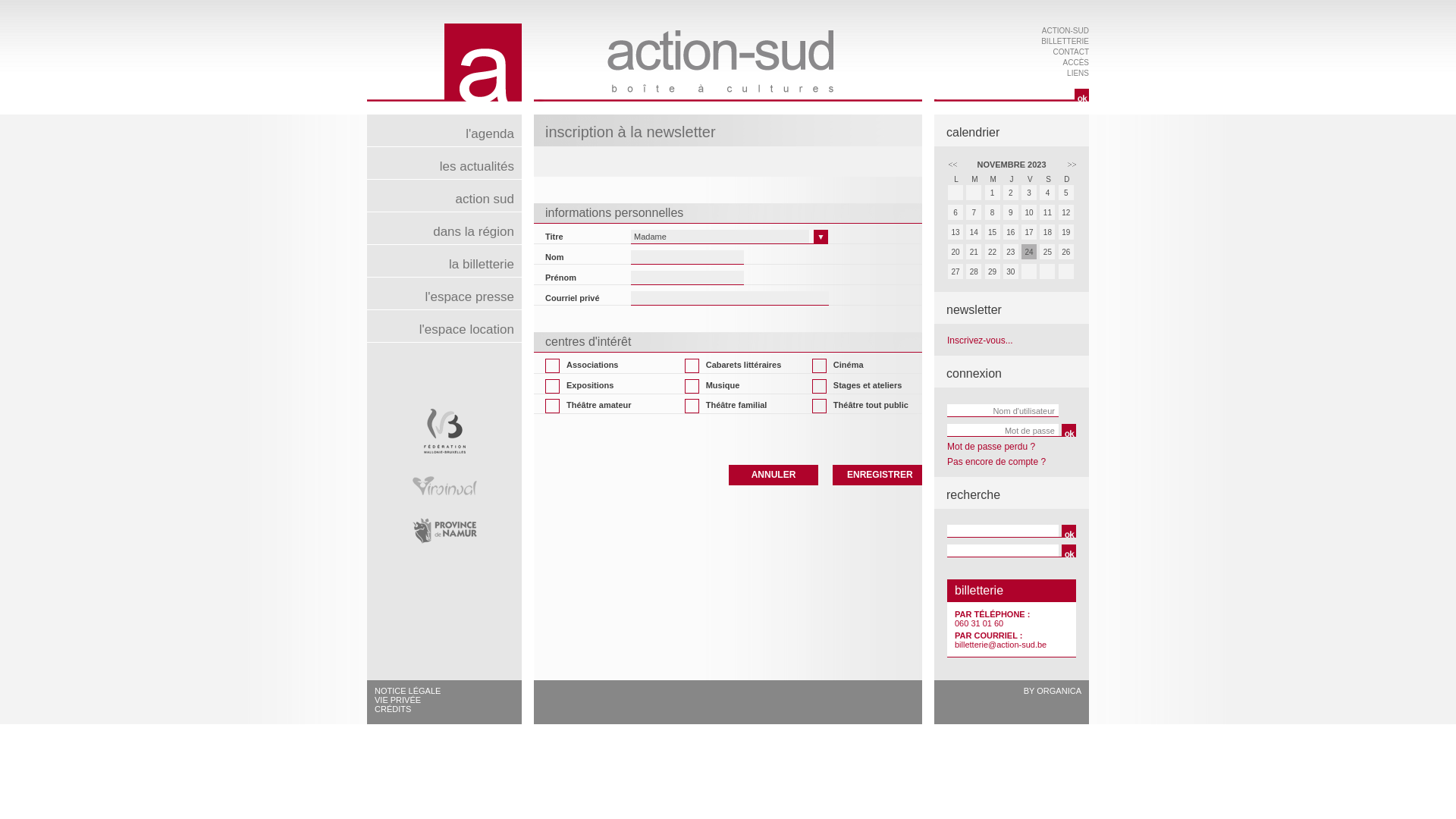 This screenshot has height=819, width=1456. Describe the element at coordinates (1065, 213) in the screenshot. I see `'12'` at that location.